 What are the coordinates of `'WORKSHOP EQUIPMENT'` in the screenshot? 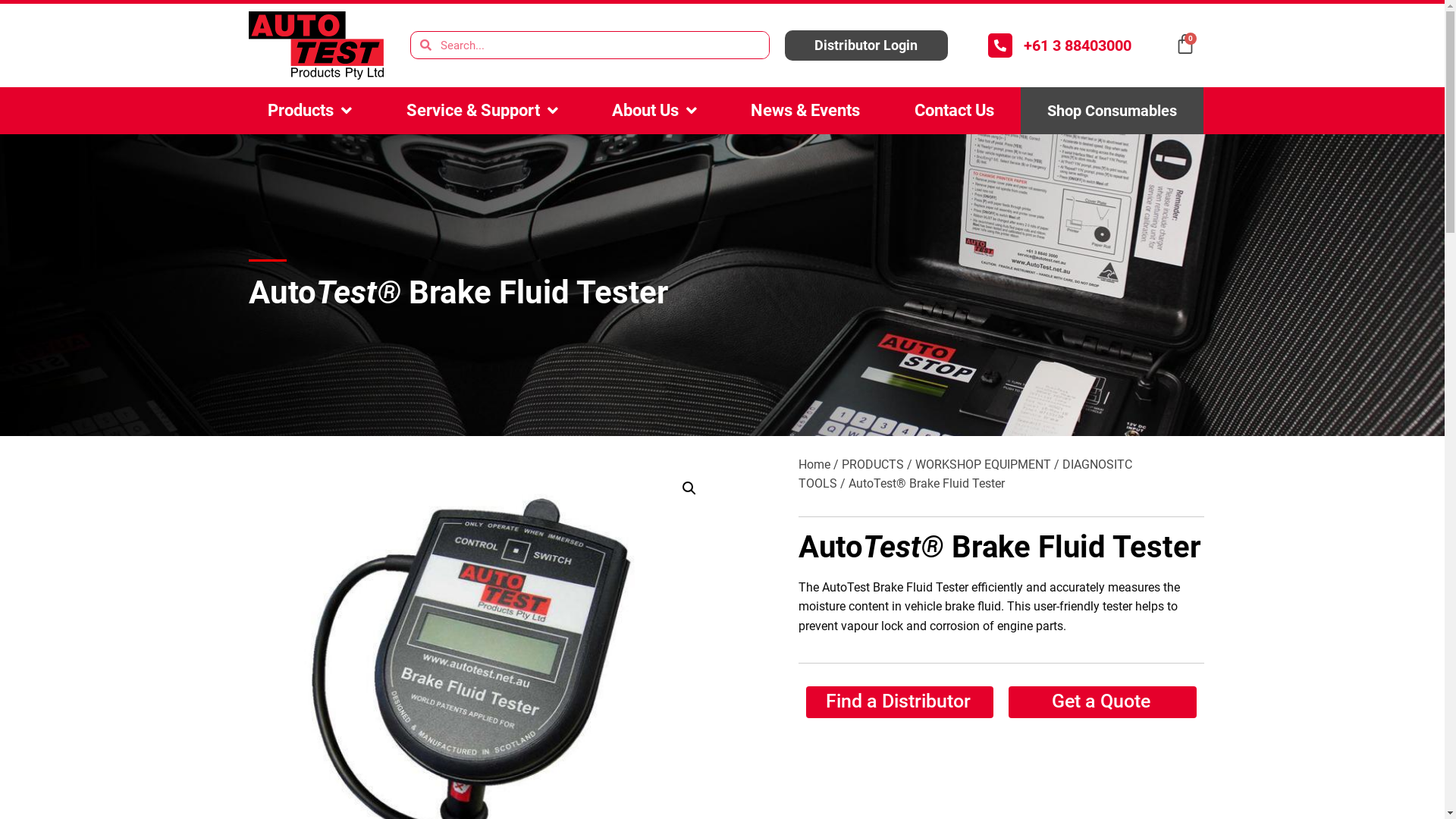 It's located at (982, 463).